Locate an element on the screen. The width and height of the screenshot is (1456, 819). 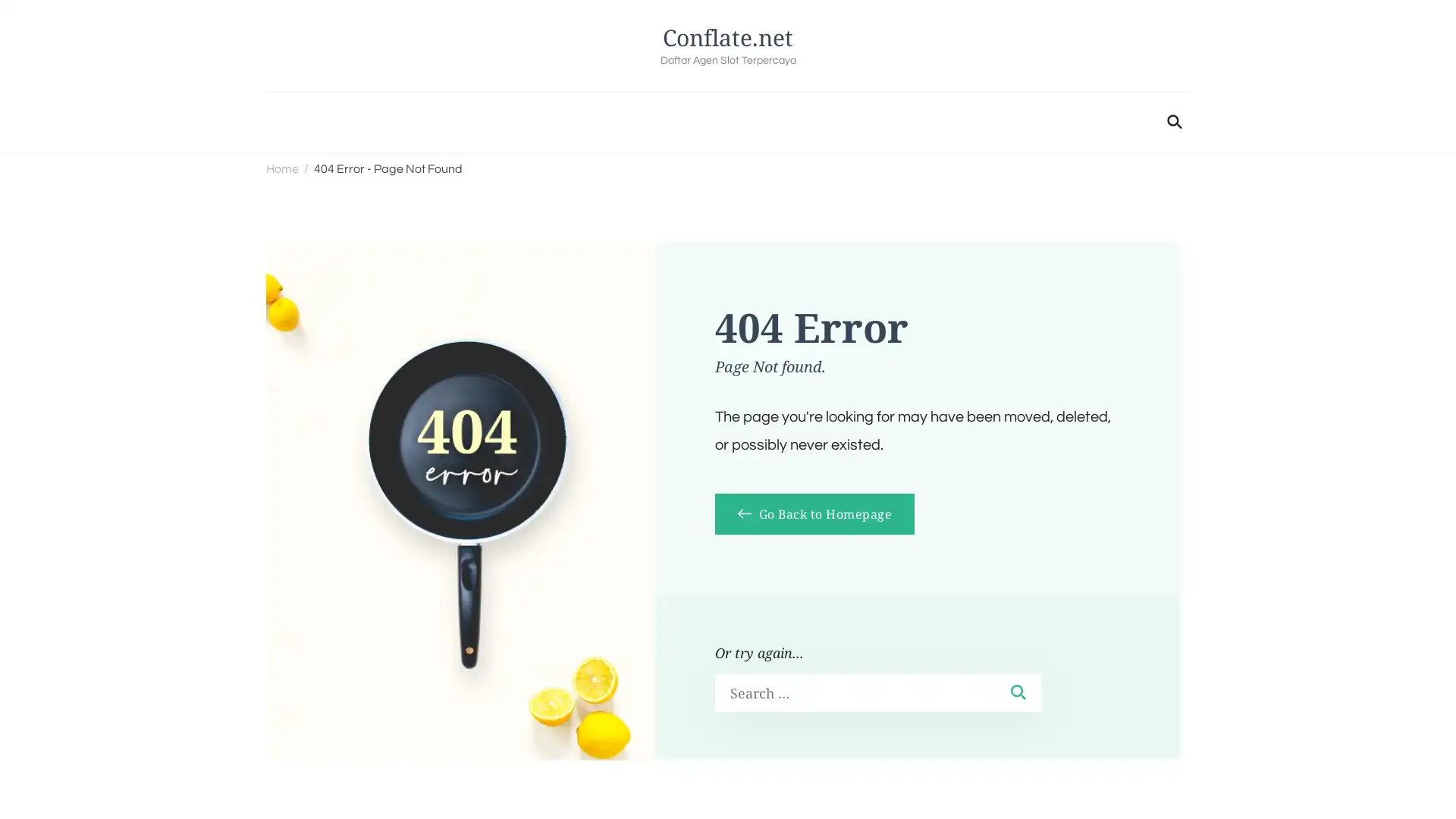
Search is located at coordinates (1018, 692).